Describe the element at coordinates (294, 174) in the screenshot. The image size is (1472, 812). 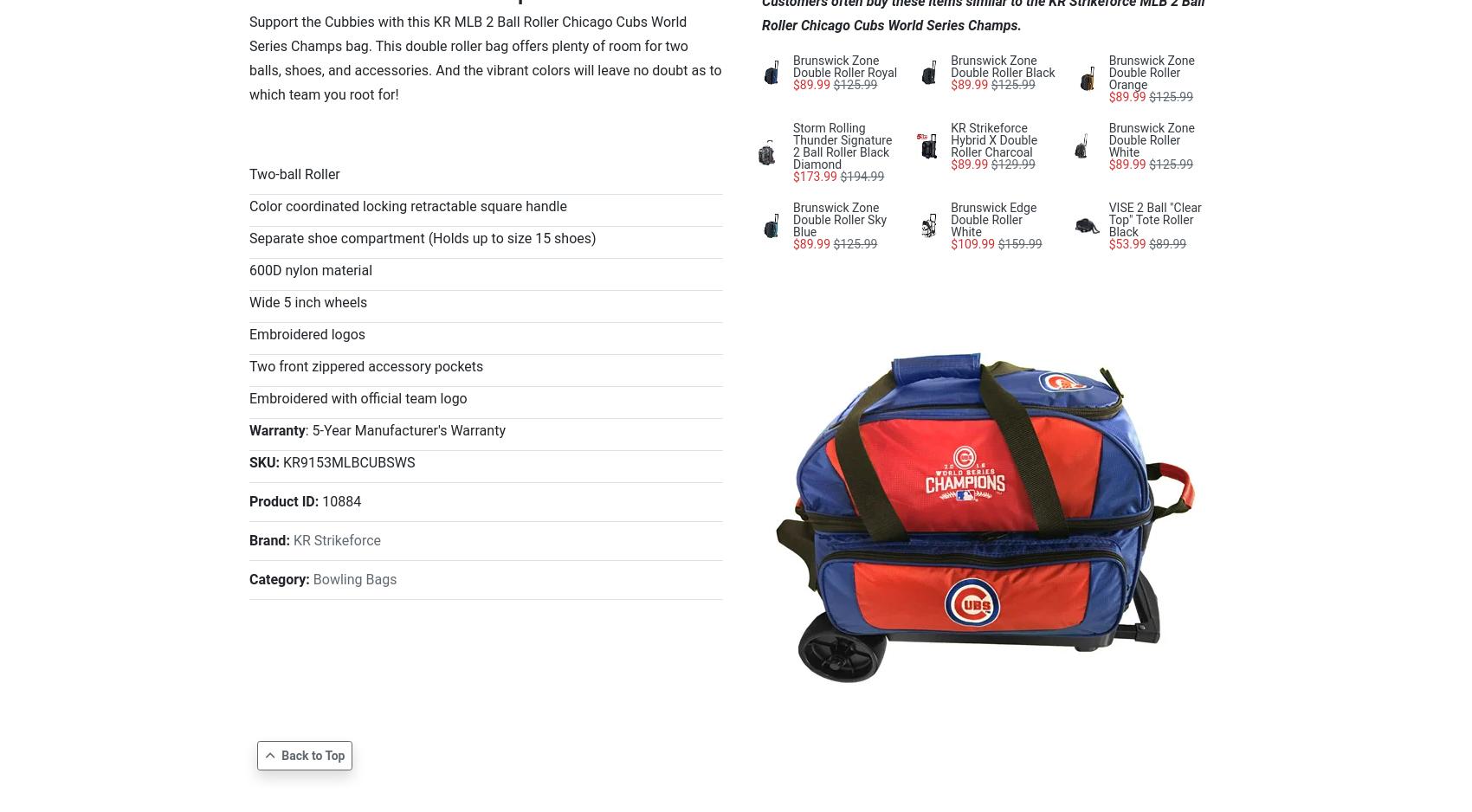
I see `'Two-ball Roller'` at that location.